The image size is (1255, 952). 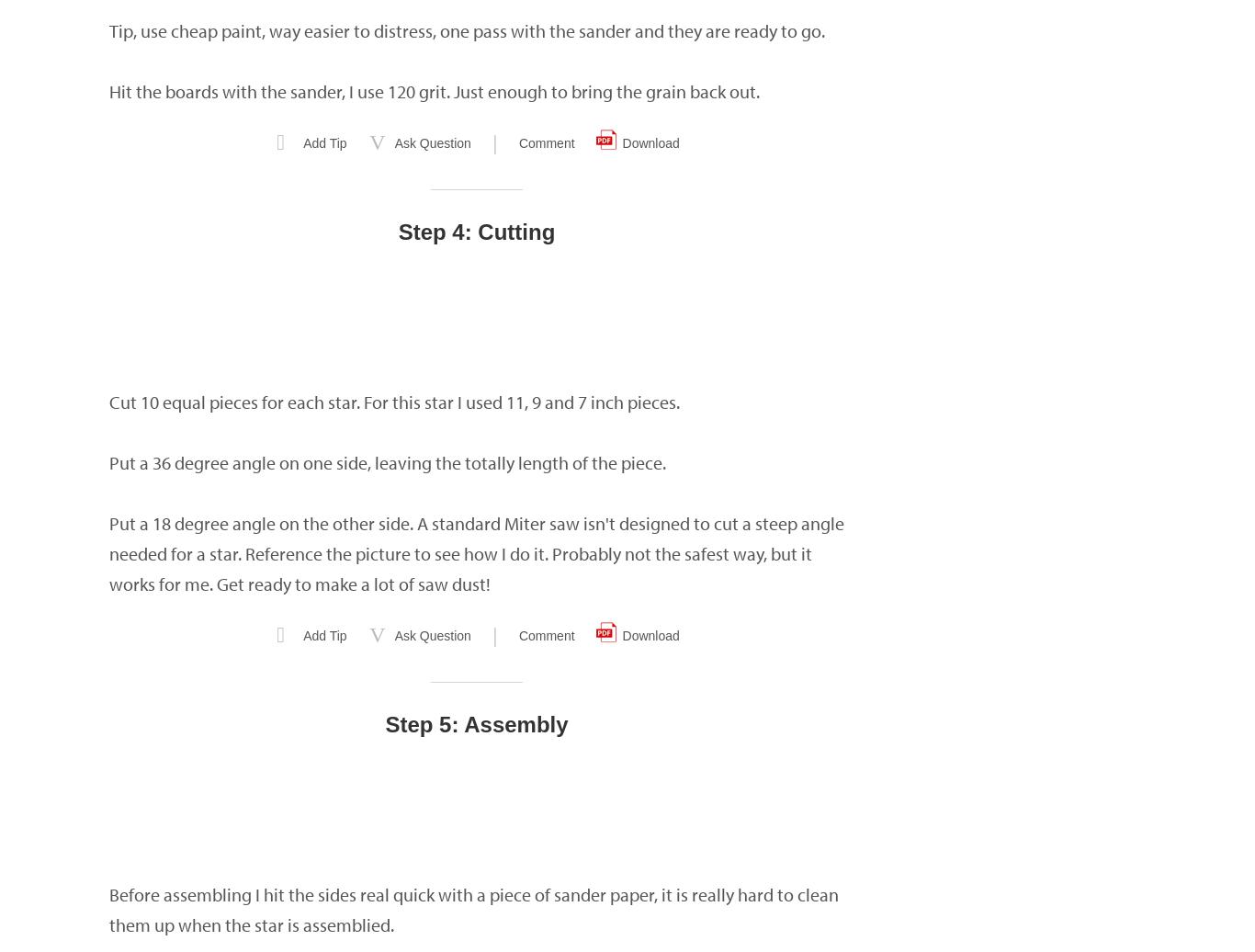 I want to click on 'Step 5: Assembly', so click(x=476, y=724).